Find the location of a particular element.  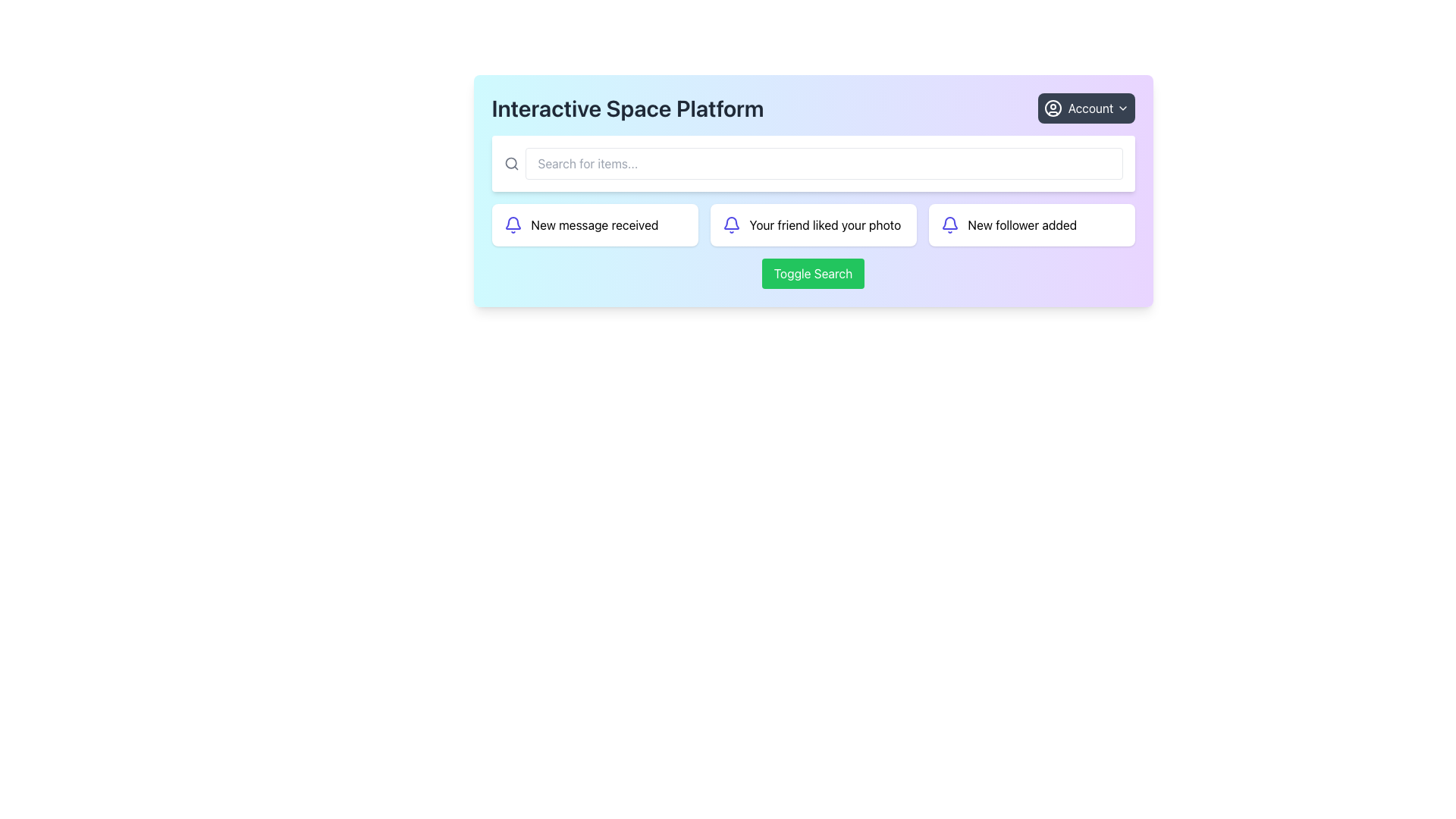

the account options button located at the top-right corner of the interface next to the title 'Interactive Space Platform' is located at coordinates (1085, 107).